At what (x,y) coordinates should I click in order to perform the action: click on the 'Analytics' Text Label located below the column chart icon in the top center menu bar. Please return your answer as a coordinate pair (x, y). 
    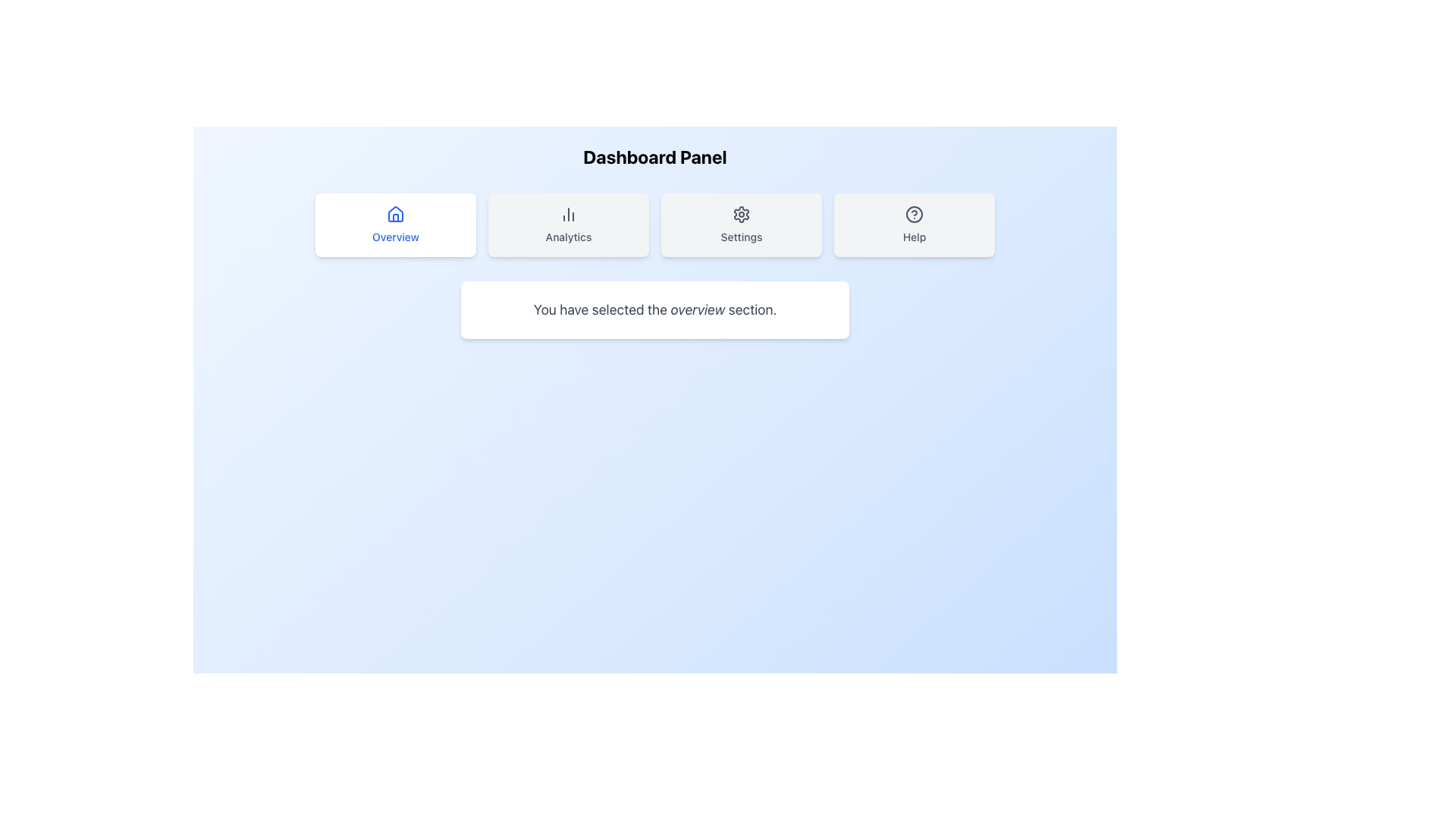
    Looking at the image, I should click on (567, 237).